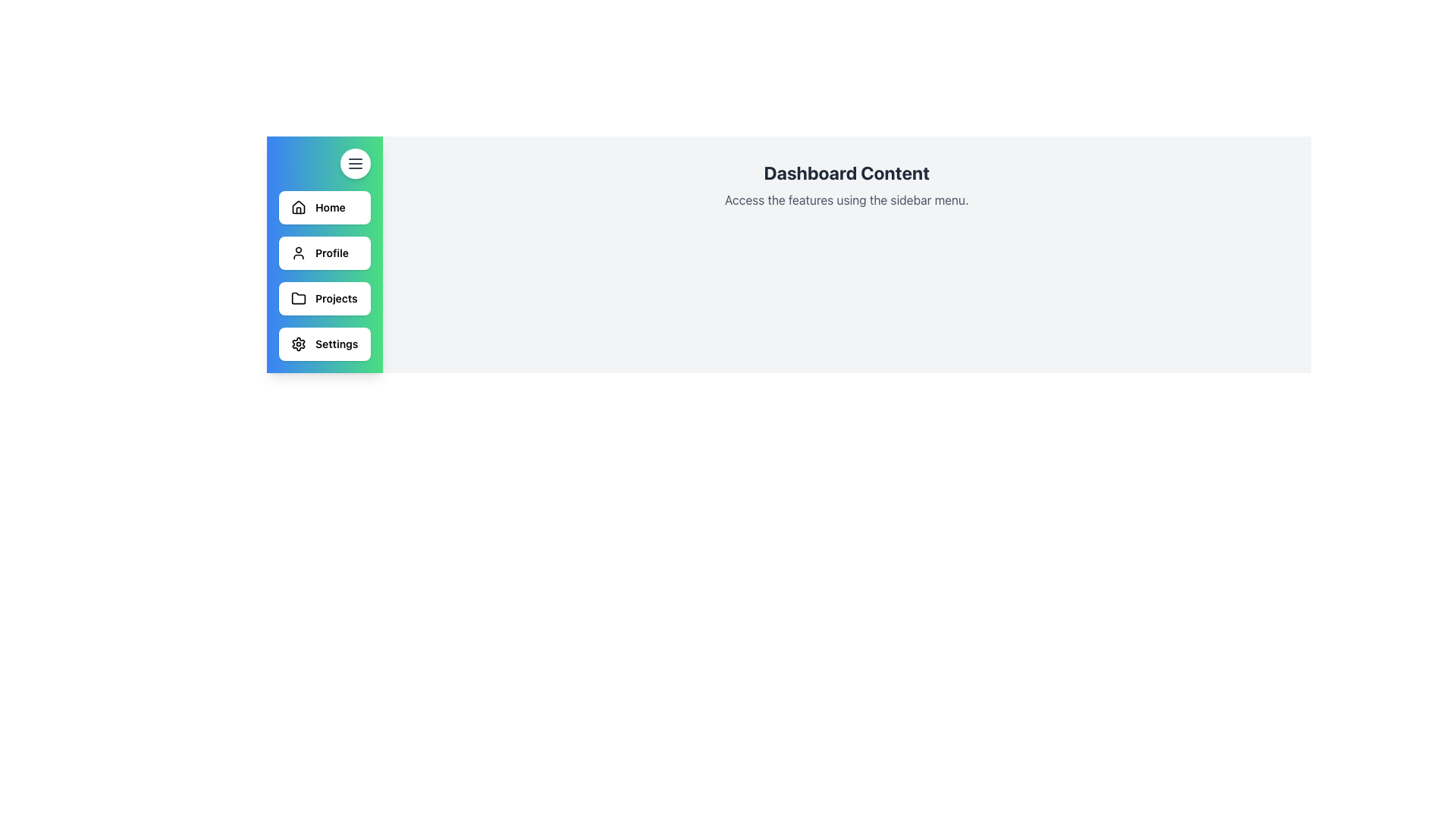 This screenshot has height=819, width=1456. What do you see at coordinates (298, 298) in the screenshot?
I see `the 'Projects' icon in the sidebar menu, which is visually distinct and located in the third row next to the 'Projects' label` at bounding box center [298, 298].